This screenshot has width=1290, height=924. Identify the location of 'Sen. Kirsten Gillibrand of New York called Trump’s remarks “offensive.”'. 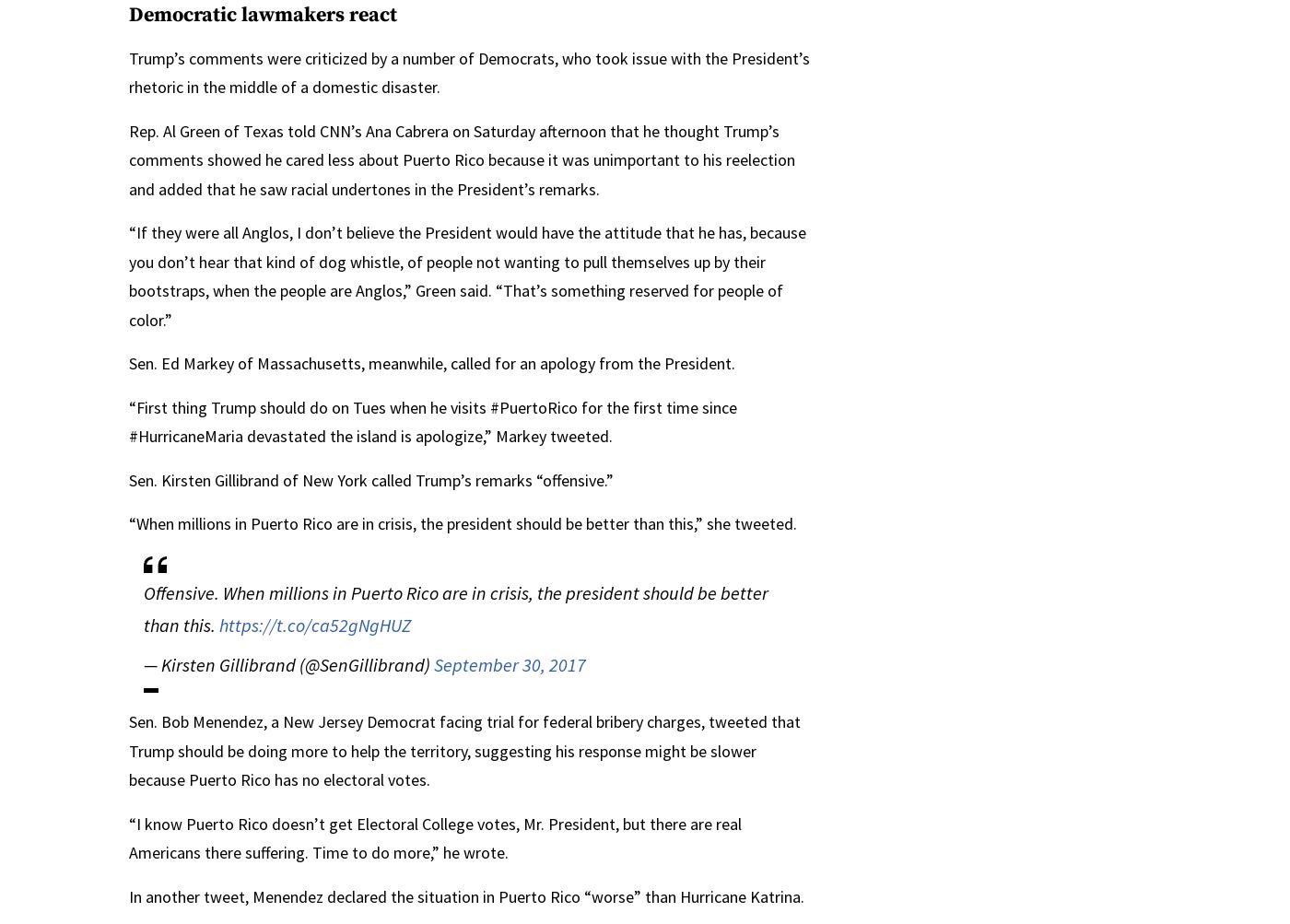
(371, 478).